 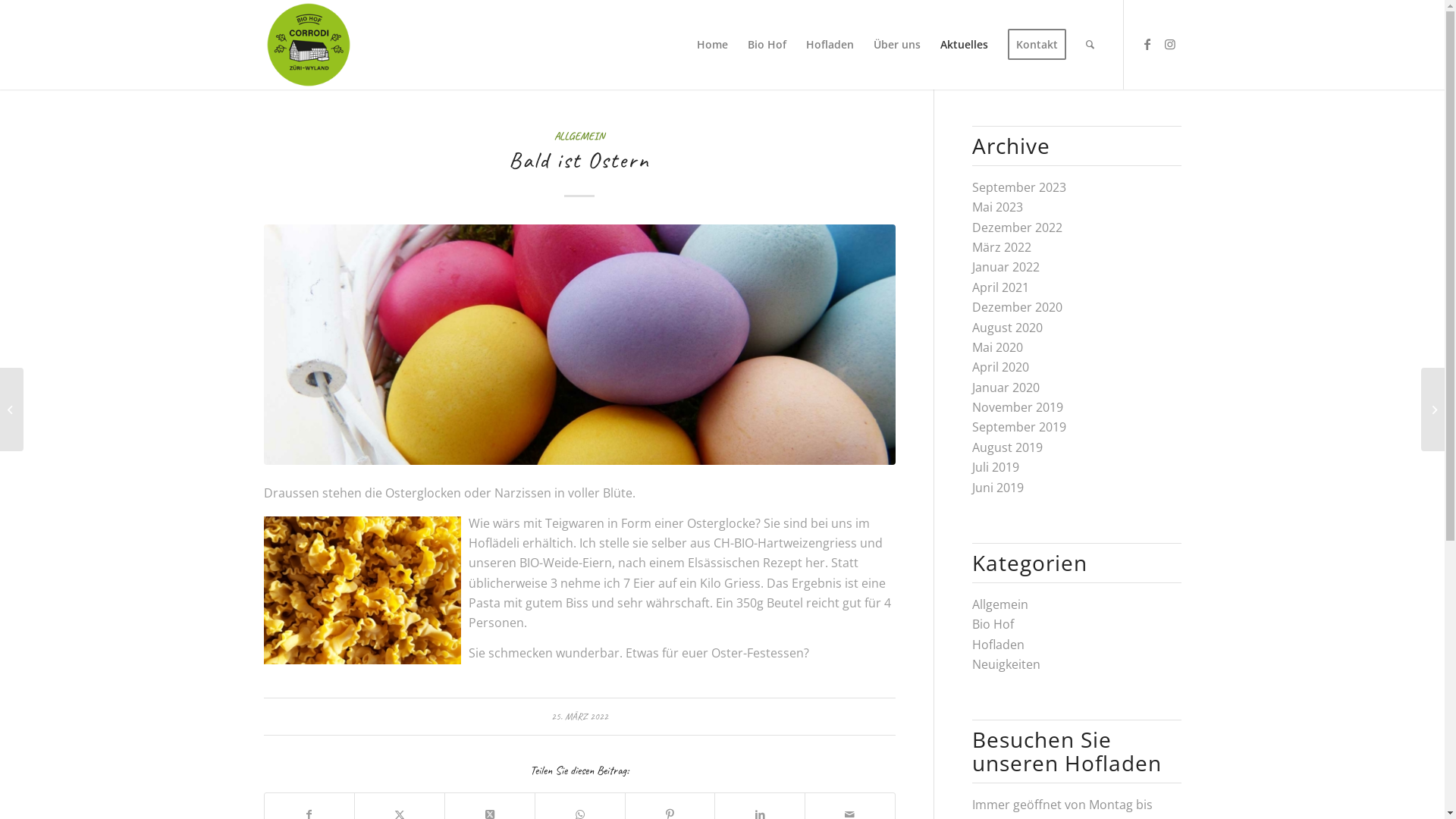 What do you see at coordinates (971, 604) in the screenshot?
I see `'Allgemein'` at bounding box center [971, 604].